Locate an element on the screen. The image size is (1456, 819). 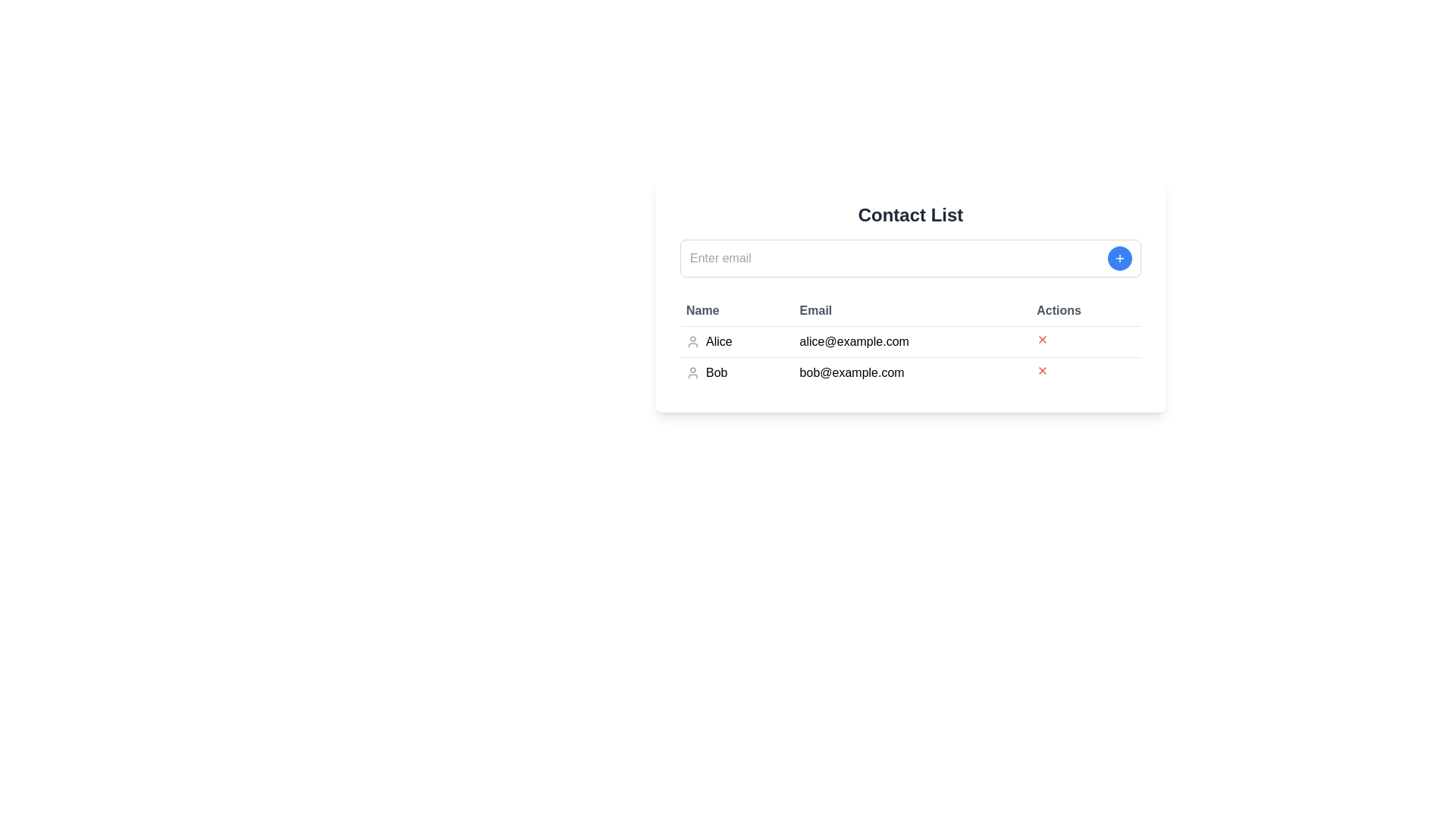
the label displaying the text 'Alice' is located at coordinates (718, 342).